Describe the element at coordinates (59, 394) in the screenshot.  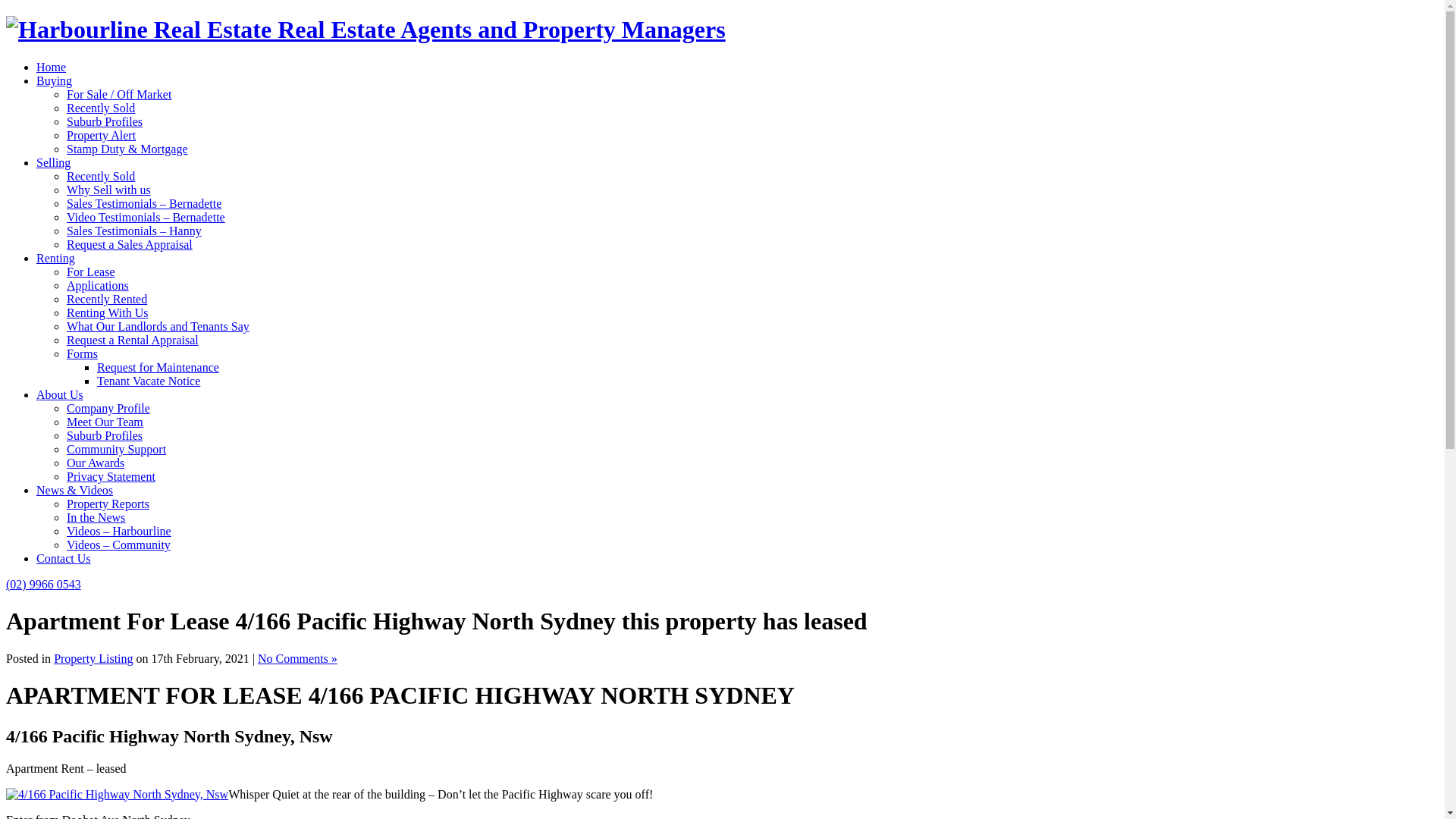
I see `'About Us'` at that location.